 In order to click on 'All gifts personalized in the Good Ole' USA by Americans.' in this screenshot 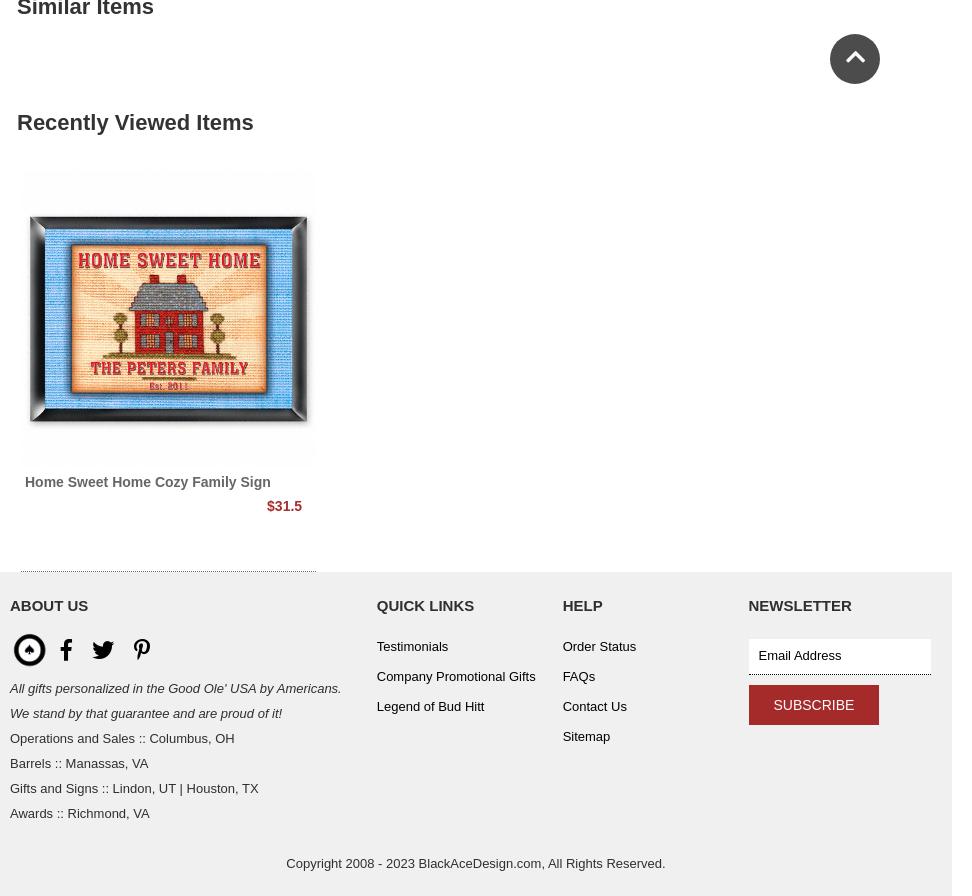, I will do `click(175, 688)`.